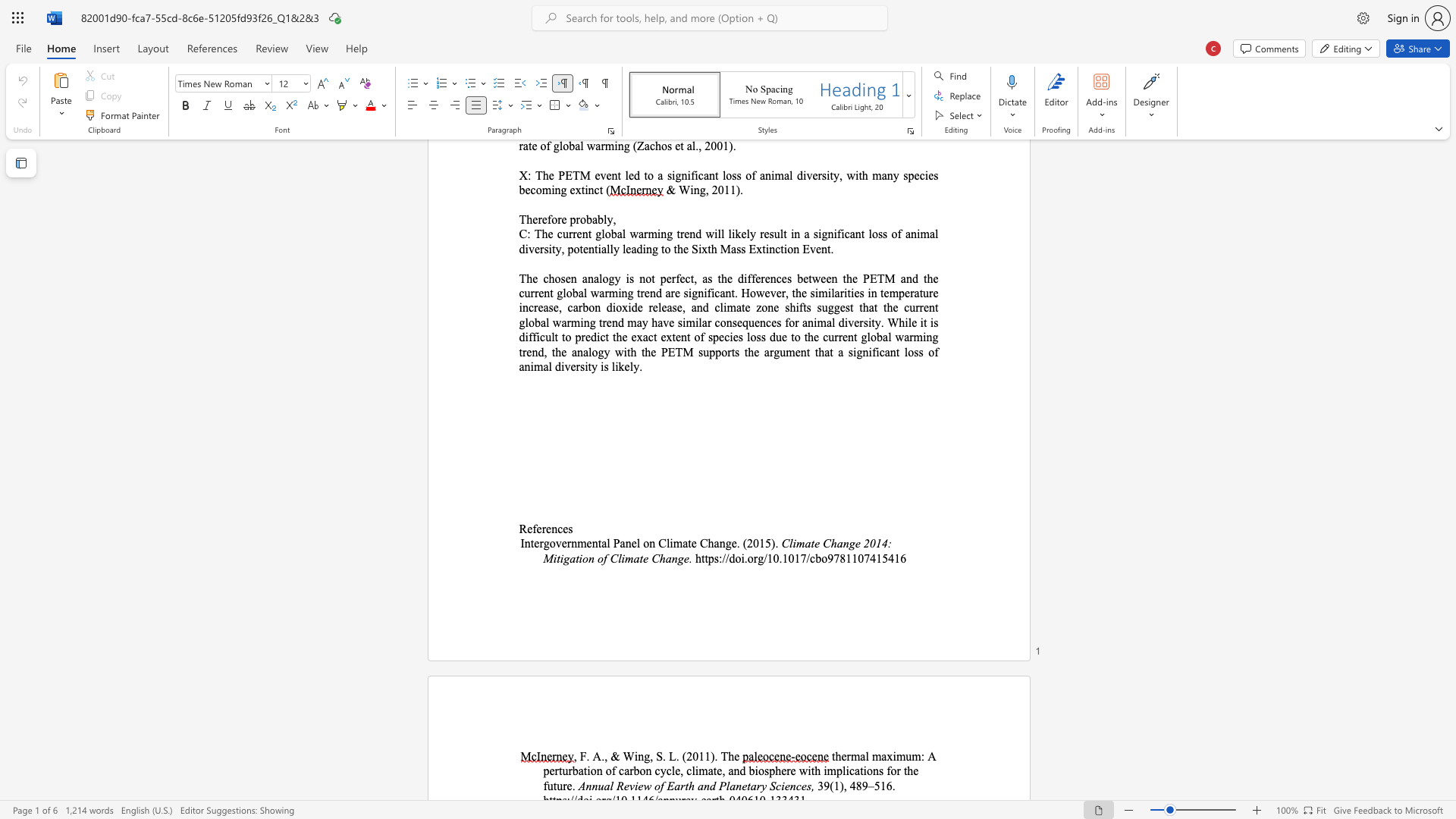 This screenshot has width=1456, height=819. Describe the element at coordinates (790, 558) in the screenshot. I see `the 2th character "0" in the text` at that location.